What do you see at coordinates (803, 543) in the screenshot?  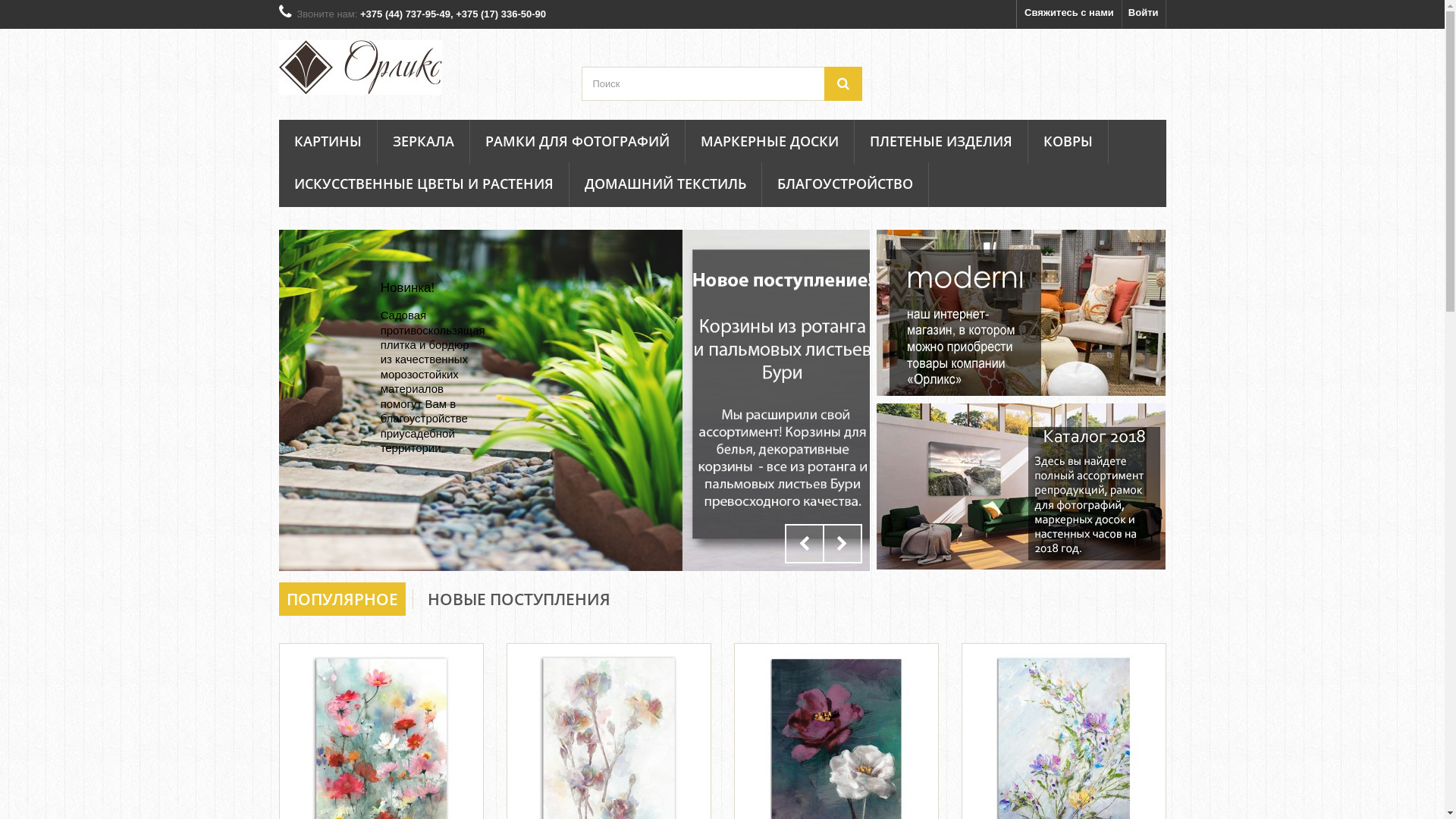 I see `'Prev'` at bounding box center [803, 543].